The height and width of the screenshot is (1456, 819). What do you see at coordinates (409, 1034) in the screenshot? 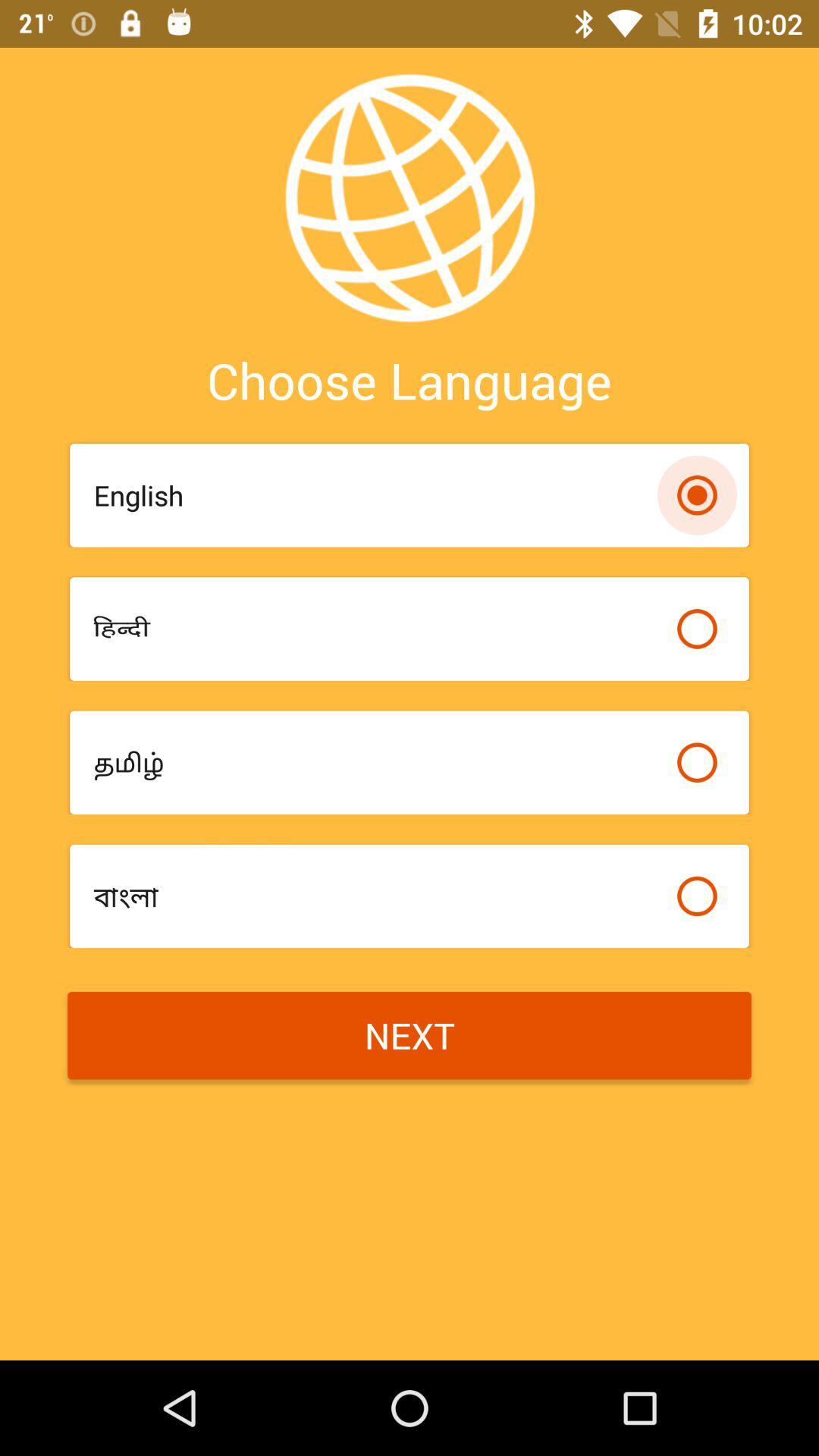
I see `the next` at bounding box center [409, 1034].